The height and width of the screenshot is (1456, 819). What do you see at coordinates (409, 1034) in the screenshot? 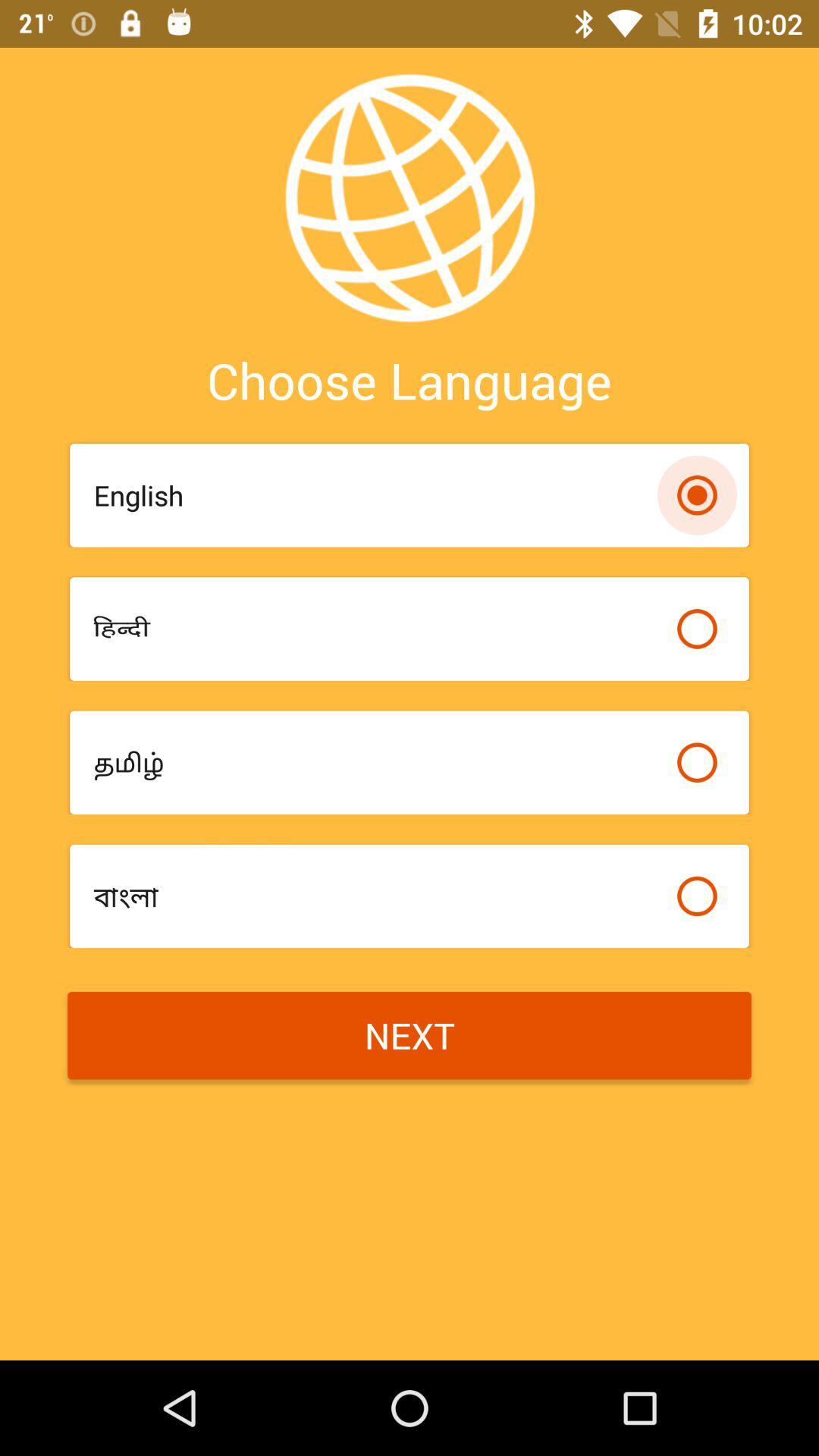
I see `the next` at bounding box center [409, 1034].